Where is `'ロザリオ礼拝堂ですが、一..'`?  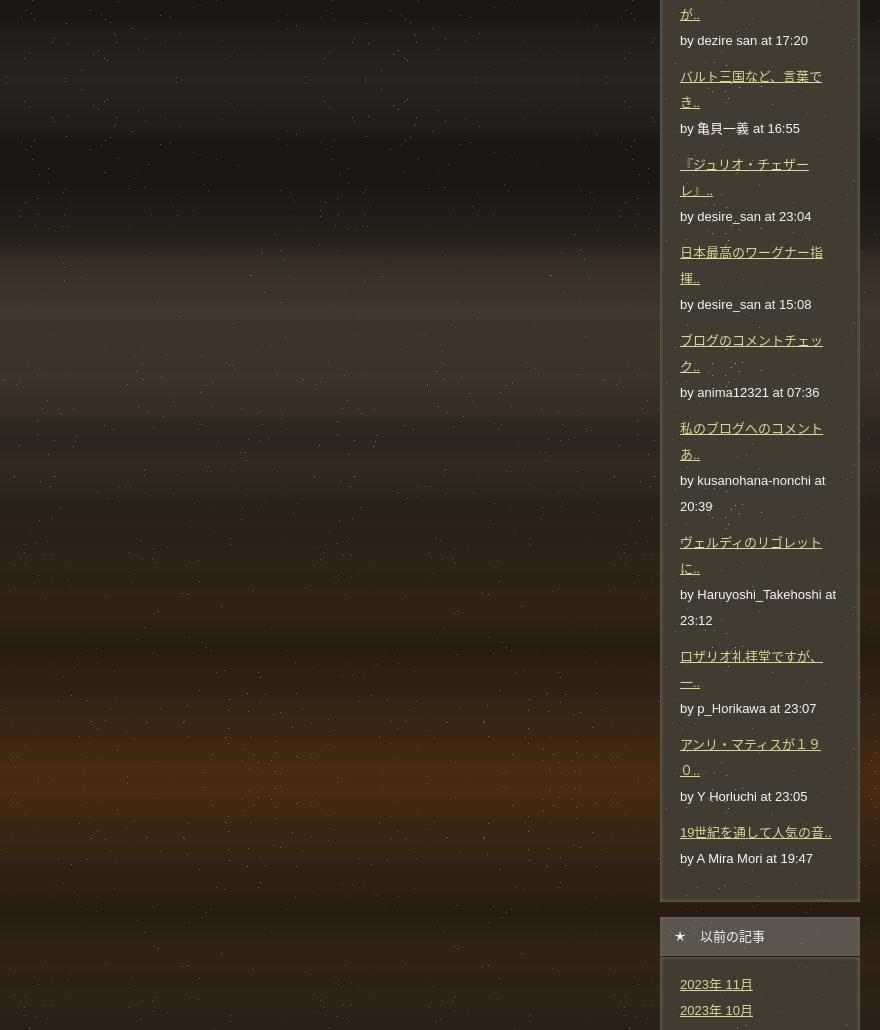 'ロザリオ礼拝堂ですが、一..' is located at coordinates (678, 667).